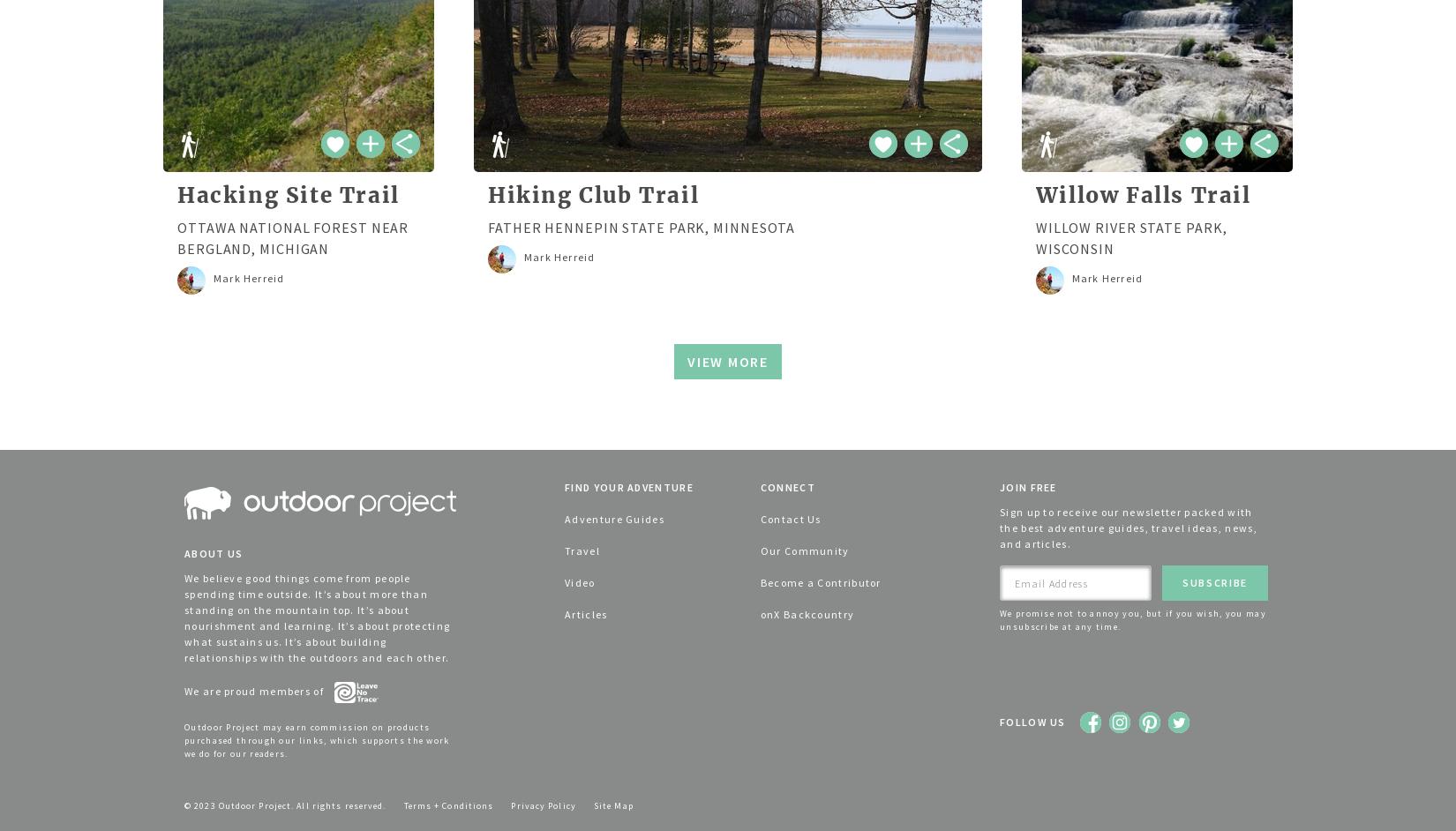 The height and width of the screenshot is (831, 1456). I want to click on 'Terms + Conditions', so click(447, 804).